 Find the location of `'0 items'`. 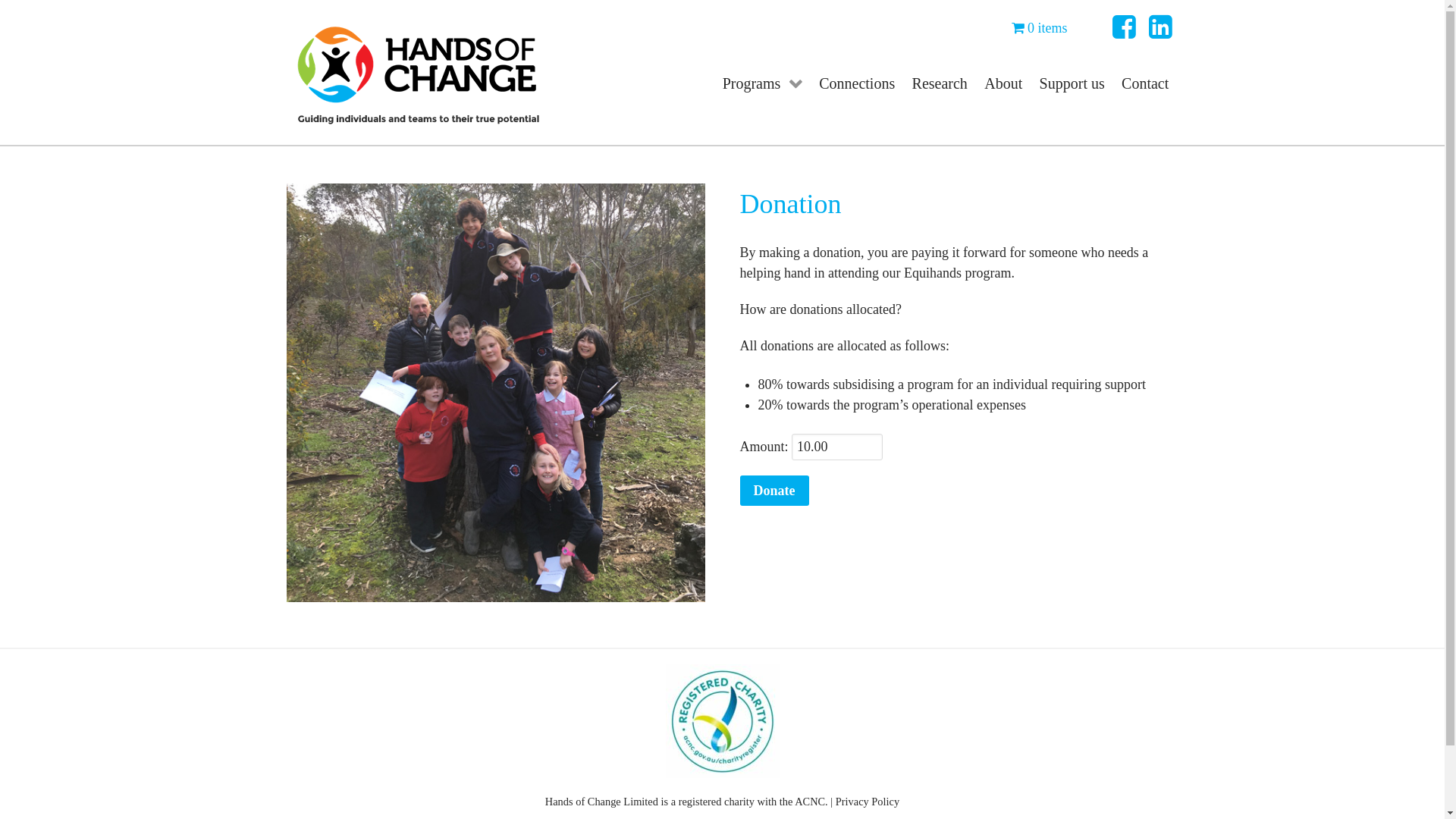

'0 items' is located at coordinates (1039, 28).